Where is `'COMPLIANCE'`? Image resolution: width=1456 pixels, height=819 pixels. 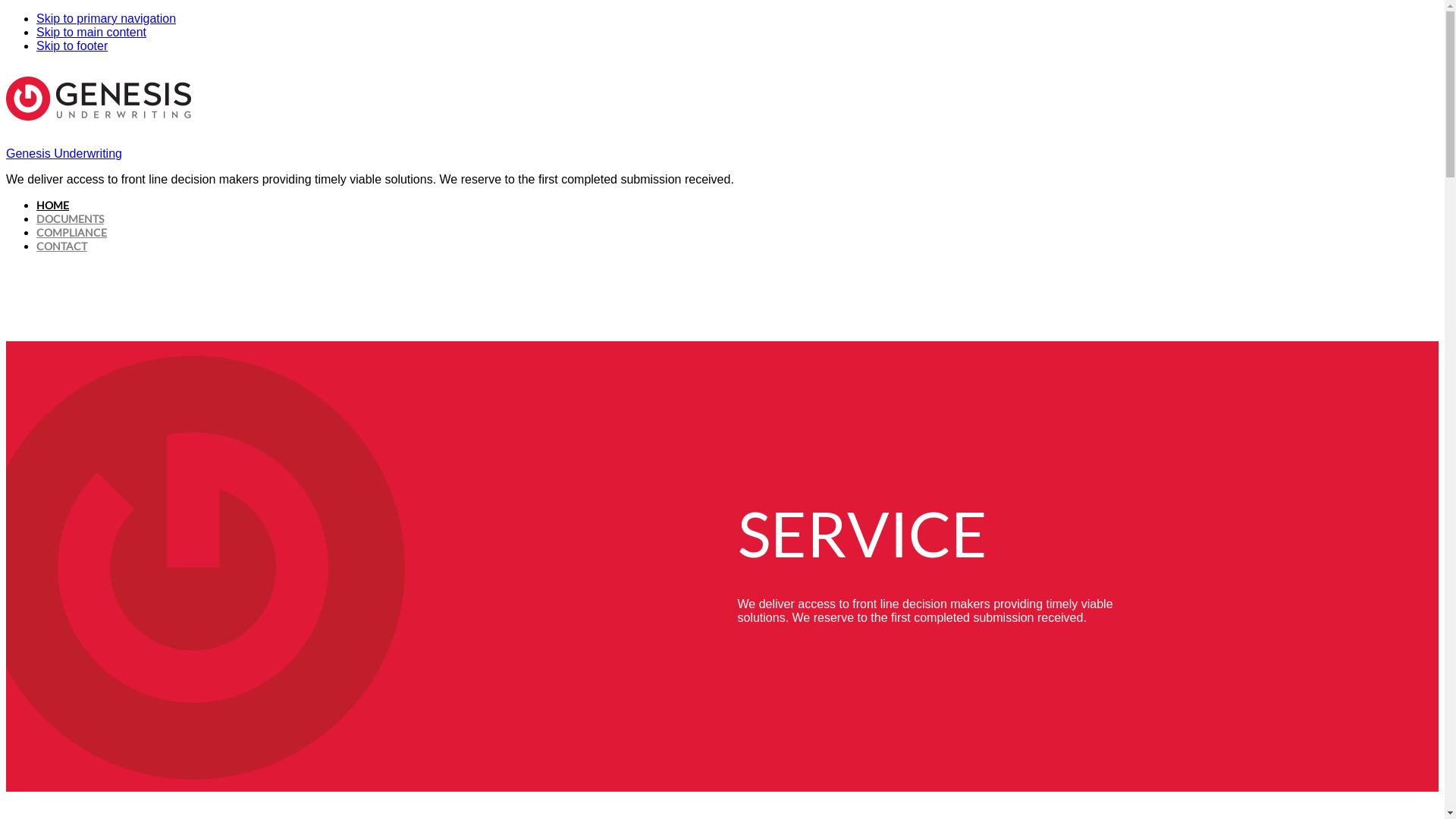 'COMPLIANCE' is located at coordinates (71, 232).